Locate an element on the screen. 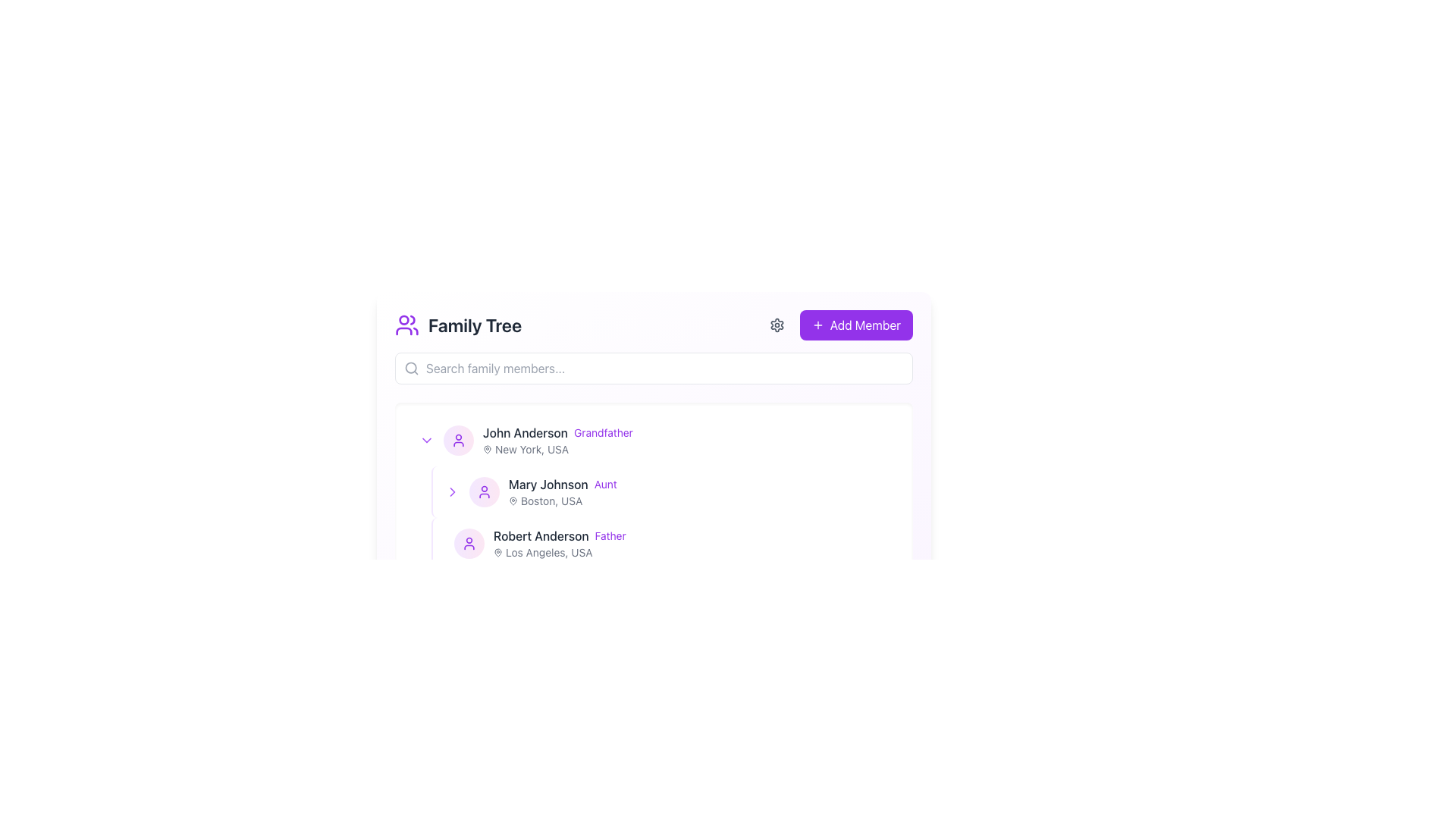  the text label displaying 'Aunt' under the 'John Anderson' entry in the family tree list is located at coordinates (699, 485).